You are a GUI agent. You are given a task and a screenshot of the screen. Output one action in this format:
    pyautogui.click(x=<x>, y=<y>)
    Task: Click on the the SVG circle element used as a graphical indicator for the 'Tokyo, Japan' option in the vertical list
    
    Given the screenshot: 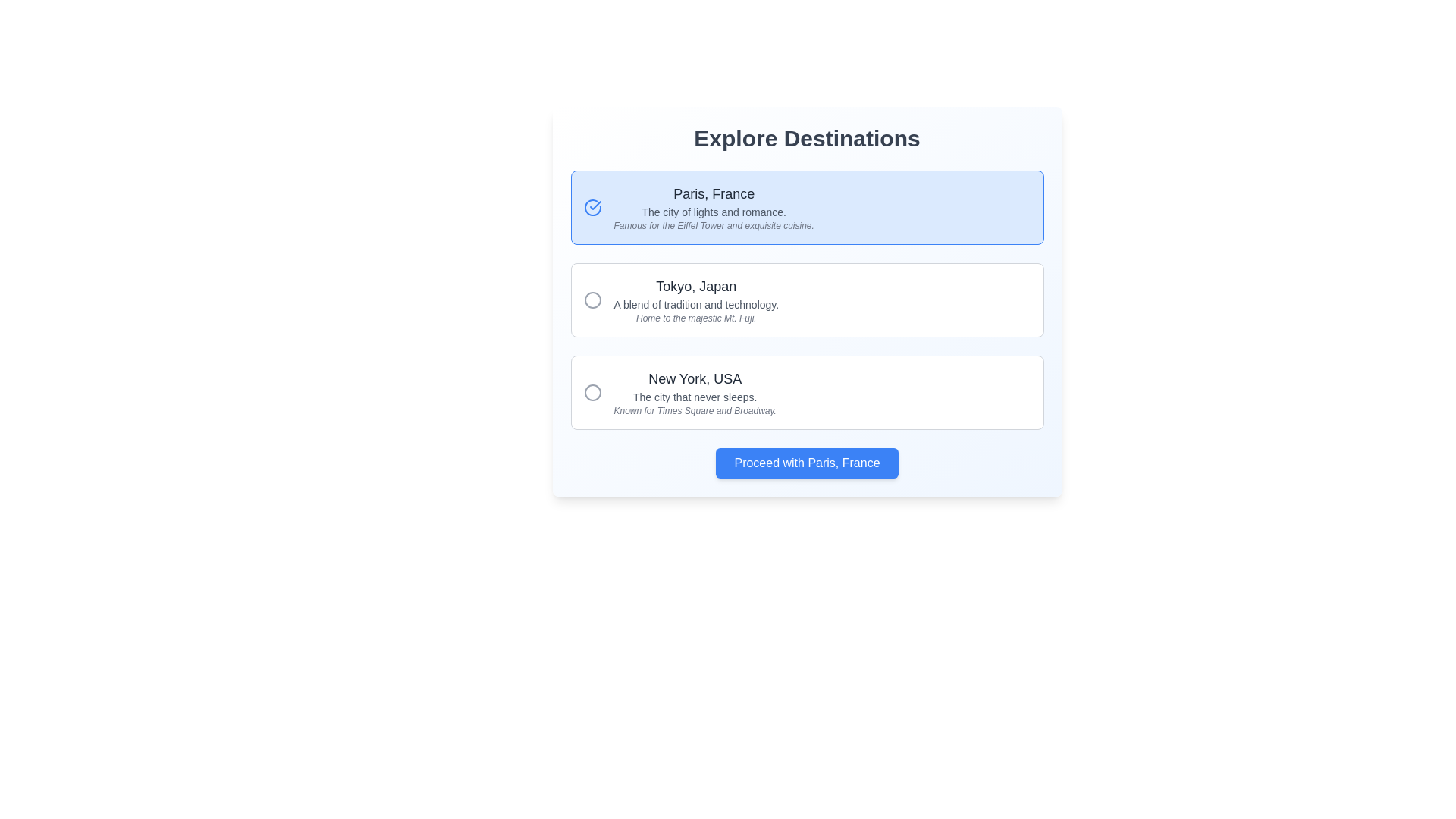 What is the action you would take?
    pyautogui.click(x=591, y=300)
    